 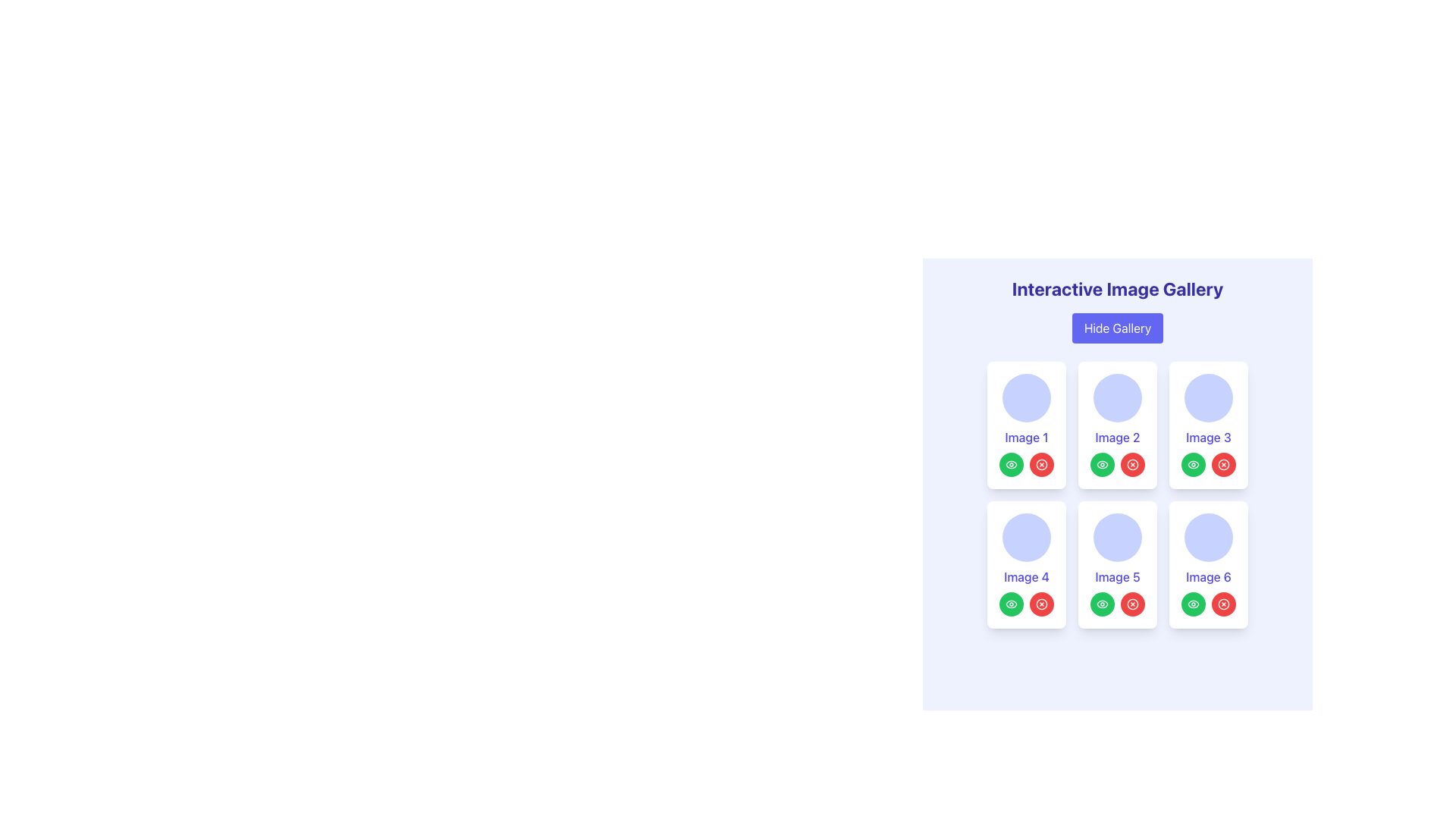 I want to click on the text label 'Image 2' which is styled in medium-size indigo font, located below a circular icon in the second card of the first row of a grid, so click(x=1117, y=438).